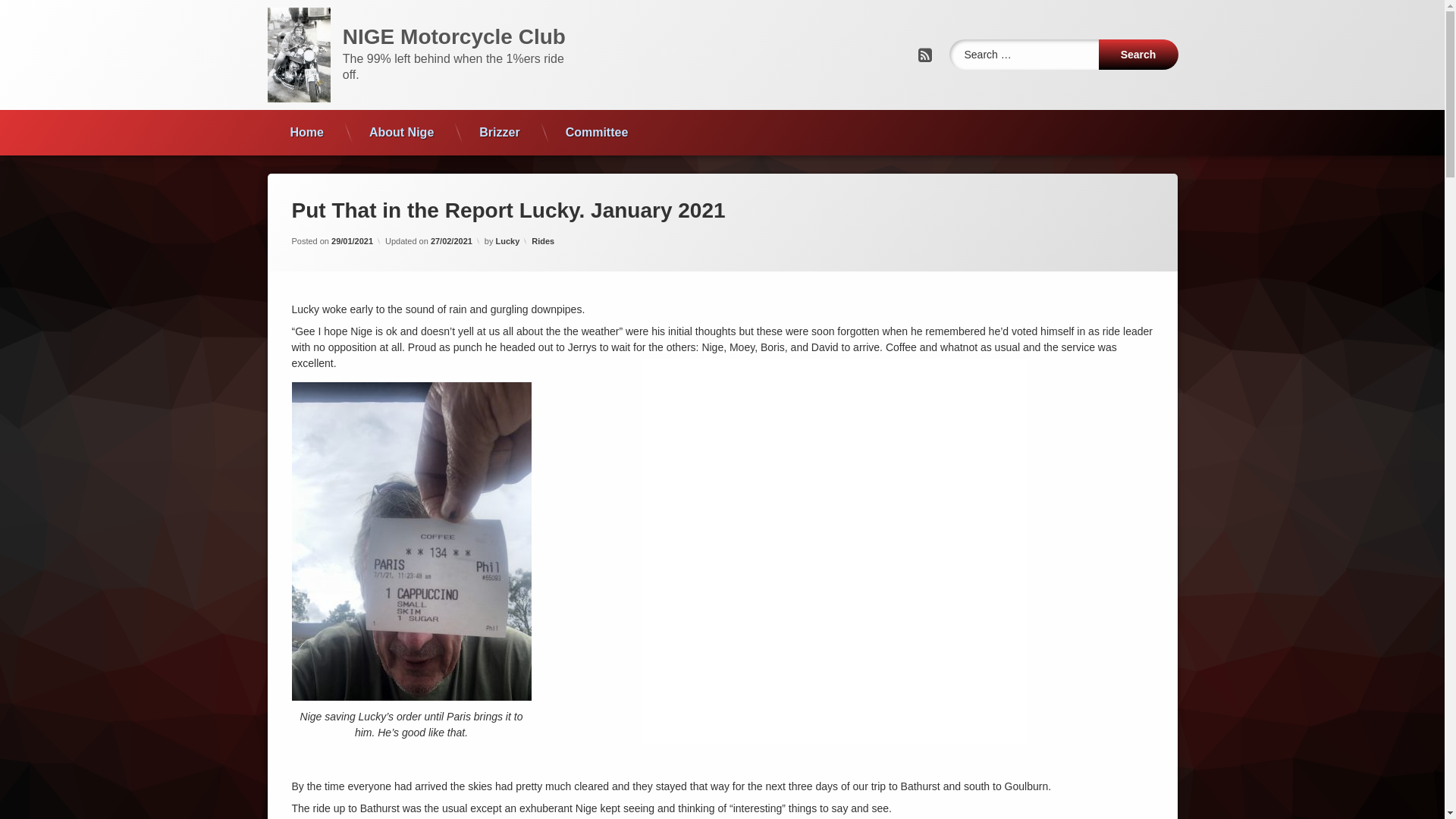 The height and width of the screenshot is (819, 1456). I want to click on '27/02/2021', so click(450, 240).